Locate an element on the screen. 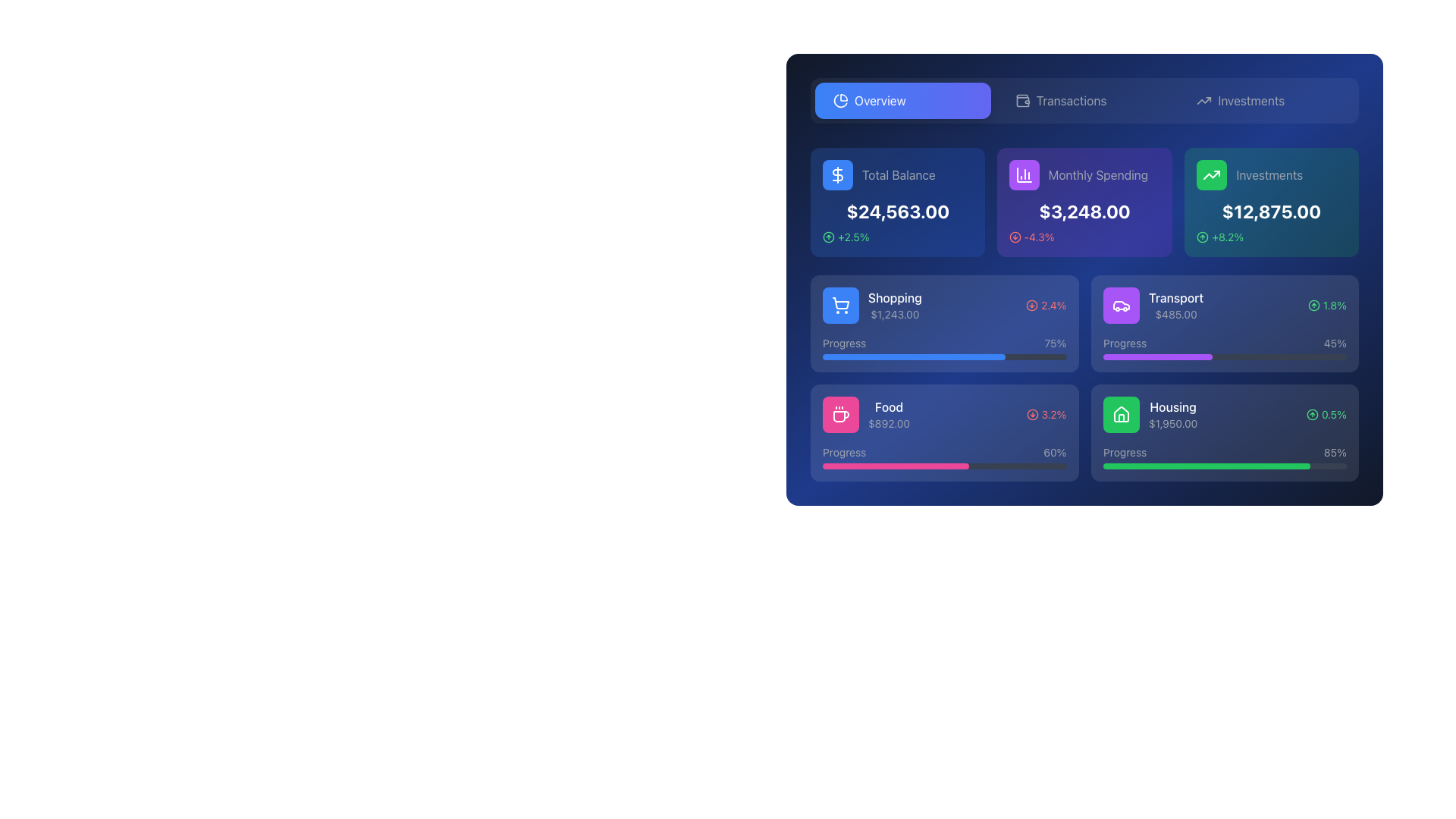 This screenshot has height=819, width=1456. the 'Transport' text label that displays the cost of $485.00, located in the right section of the interface inside a rectangular card is located at coordinates (1175, 305).